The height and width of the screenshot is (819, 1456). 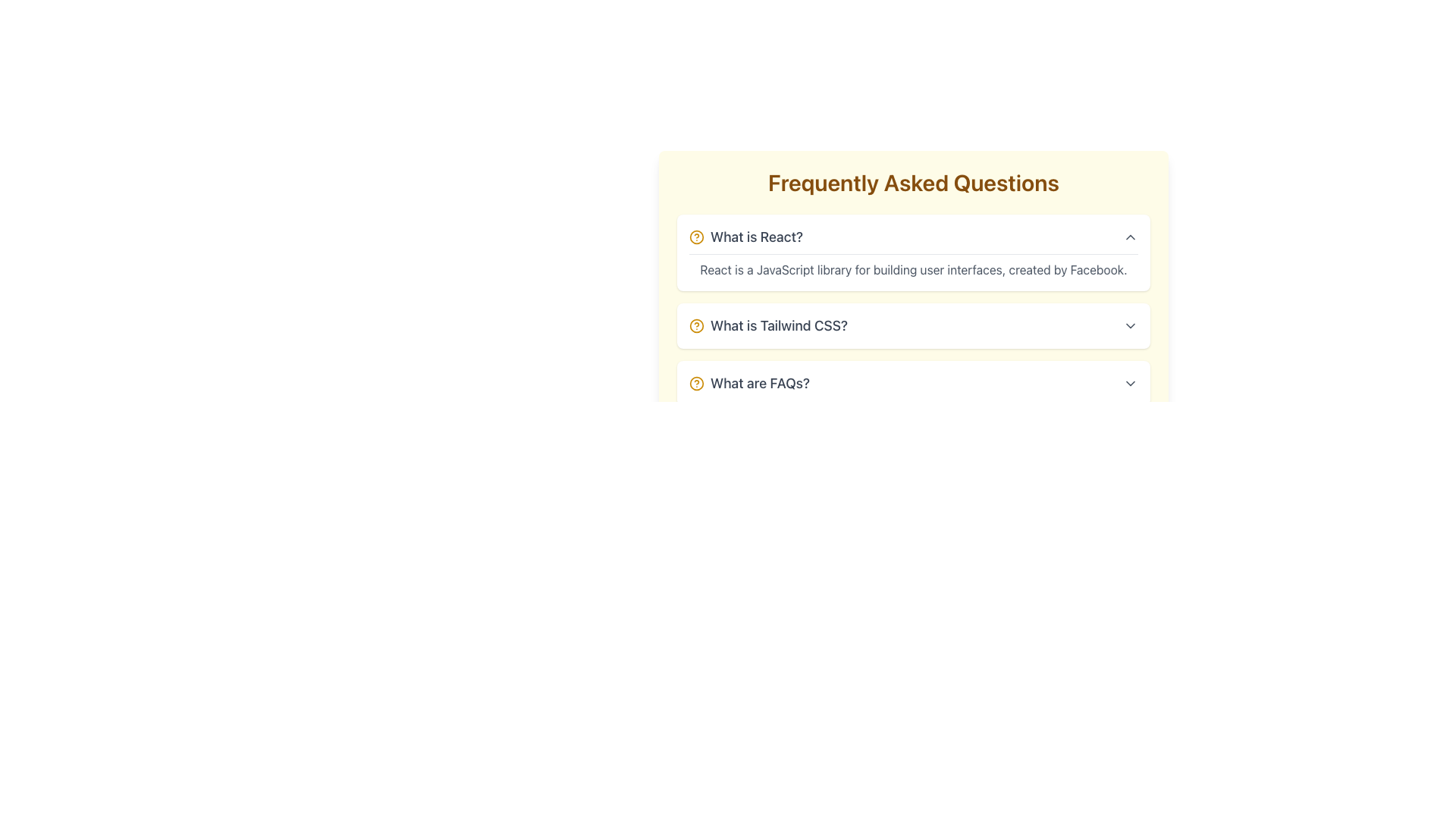 What do you see at coordinates (695, 325) in the screenshot?
I see `the help information icon located to the immediate left of the question 'What is Tailwind CSS?' in the second question block` at bounding box center [695, 325].